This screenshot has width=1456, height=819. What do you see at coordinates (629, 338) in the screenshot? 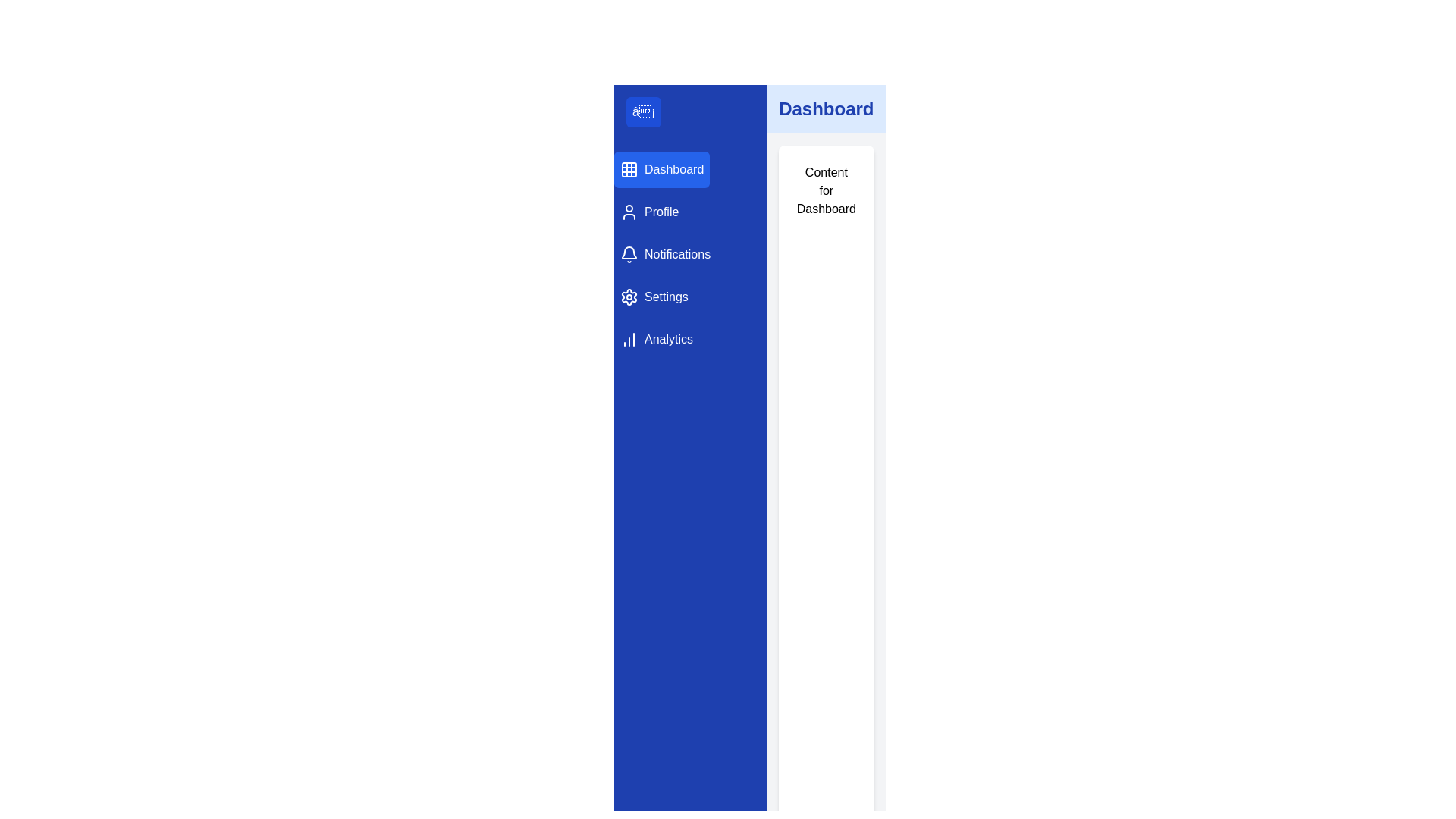
I see `the Analytics icon located in the left navigation panel, positioned to the left of the text label 'Analytics'` at bounding box center [629, 338].